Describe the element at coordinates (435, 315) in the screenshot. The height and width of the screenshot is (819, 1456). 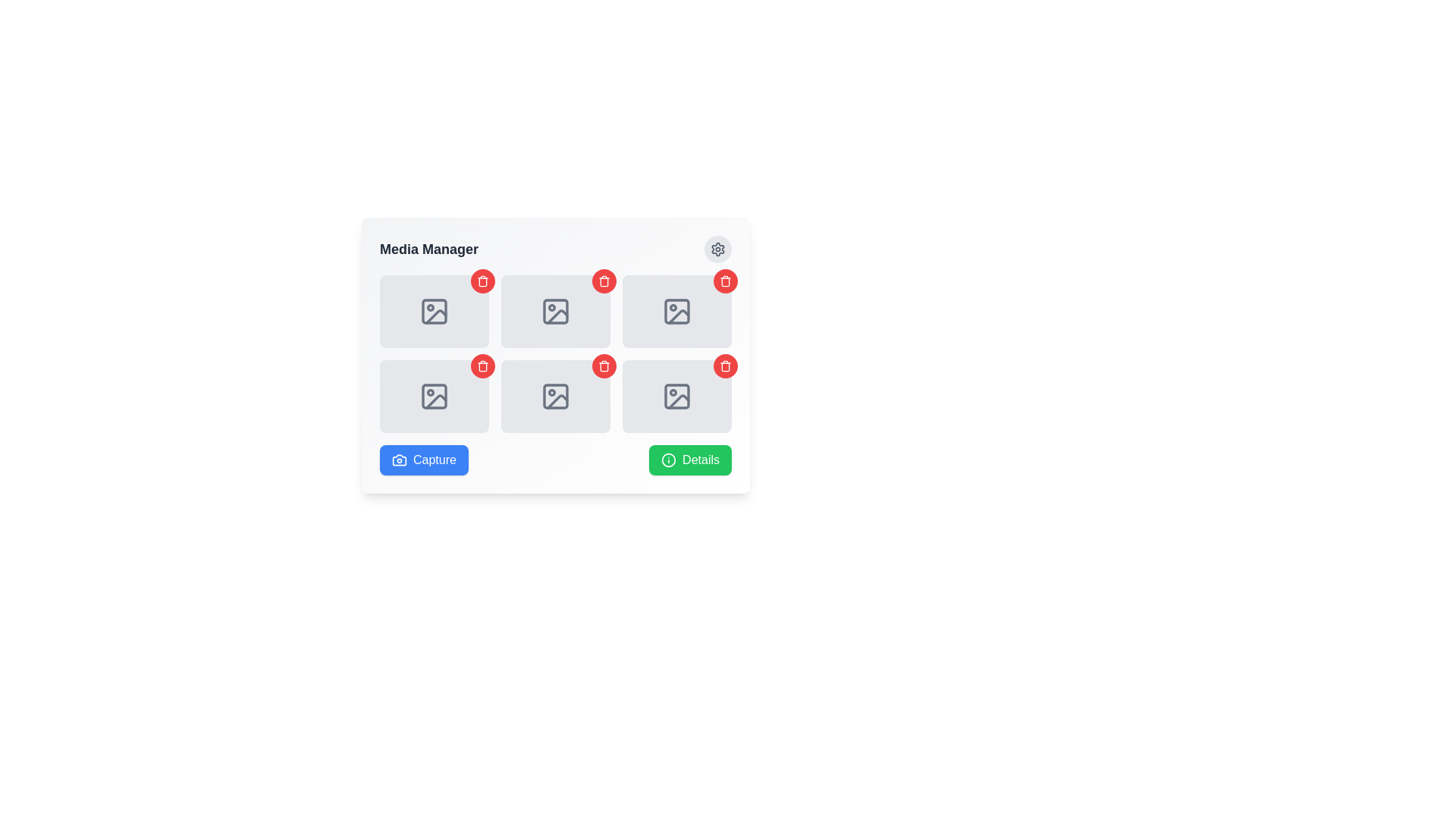
I see `the graphic icon representing the first image placeholder in the 'Media Manager' section, which features a diagonal line within a bounding square` at that location.